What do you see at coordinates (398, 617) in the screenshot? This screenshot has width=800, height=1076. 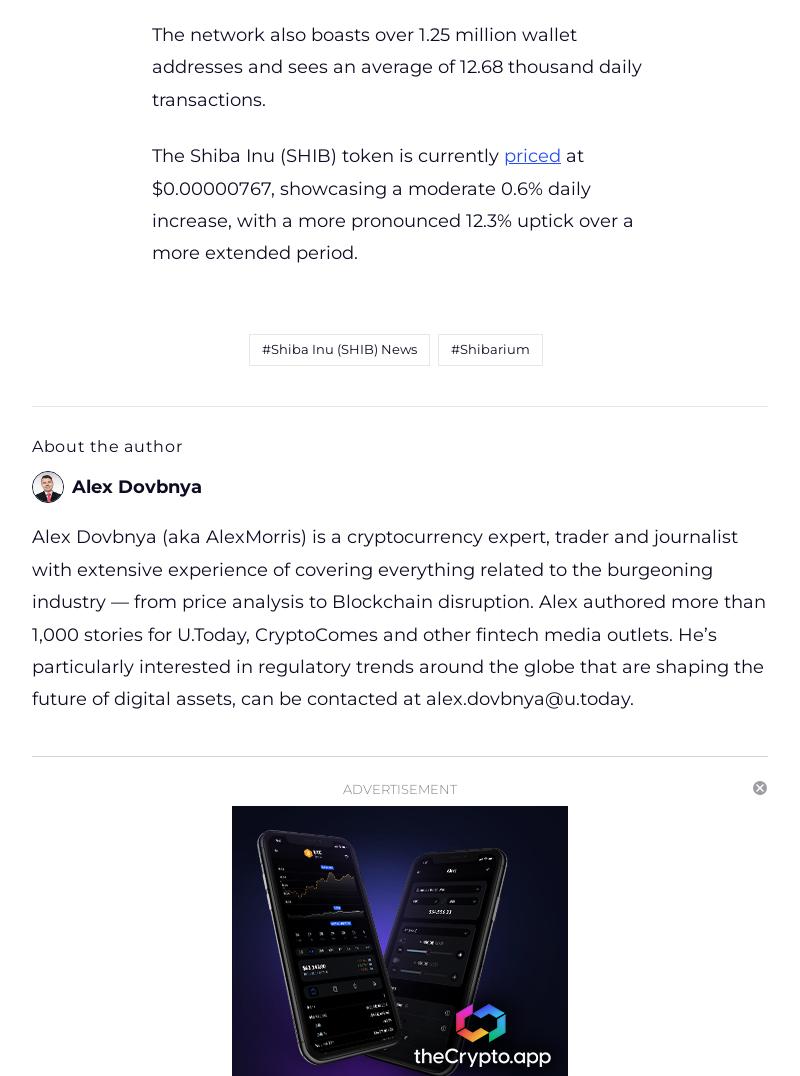 I see `'Alex Dovbnya (aka AlexMorris) is a cryptocurrency expert, trader and journalist with extensive experience of covering everything related to the burgeoning industry — from price analysis to Blockchain disruption. Alex authored more than 1,000 stories for U.Today, CryptoComes and other fintech media outlets. He’s particularly interested in regulatory trends around the globe that are shaping the future of digital assets, can be contacted at alex.dovbnya@u.today.'` at bounding box center [398, 617].